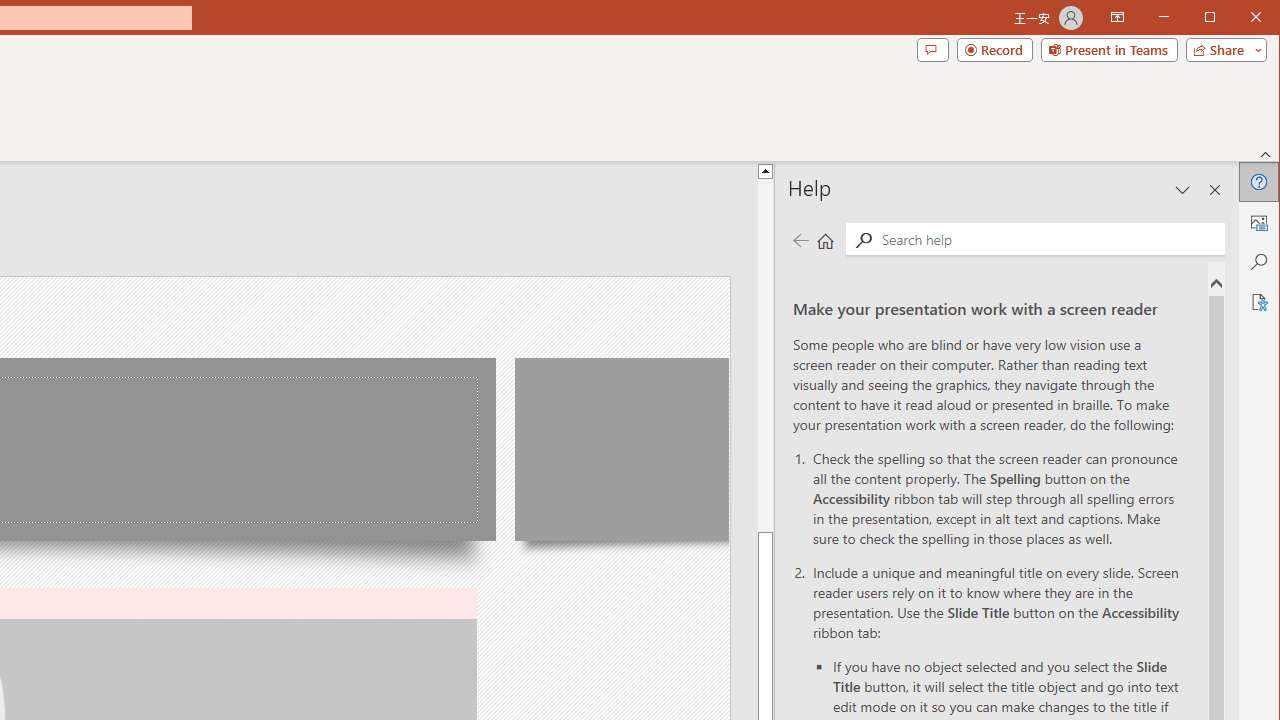 This screenshot has width=1280, height=720. I want to click on 'Task Pane Options', so click(1183, 190).